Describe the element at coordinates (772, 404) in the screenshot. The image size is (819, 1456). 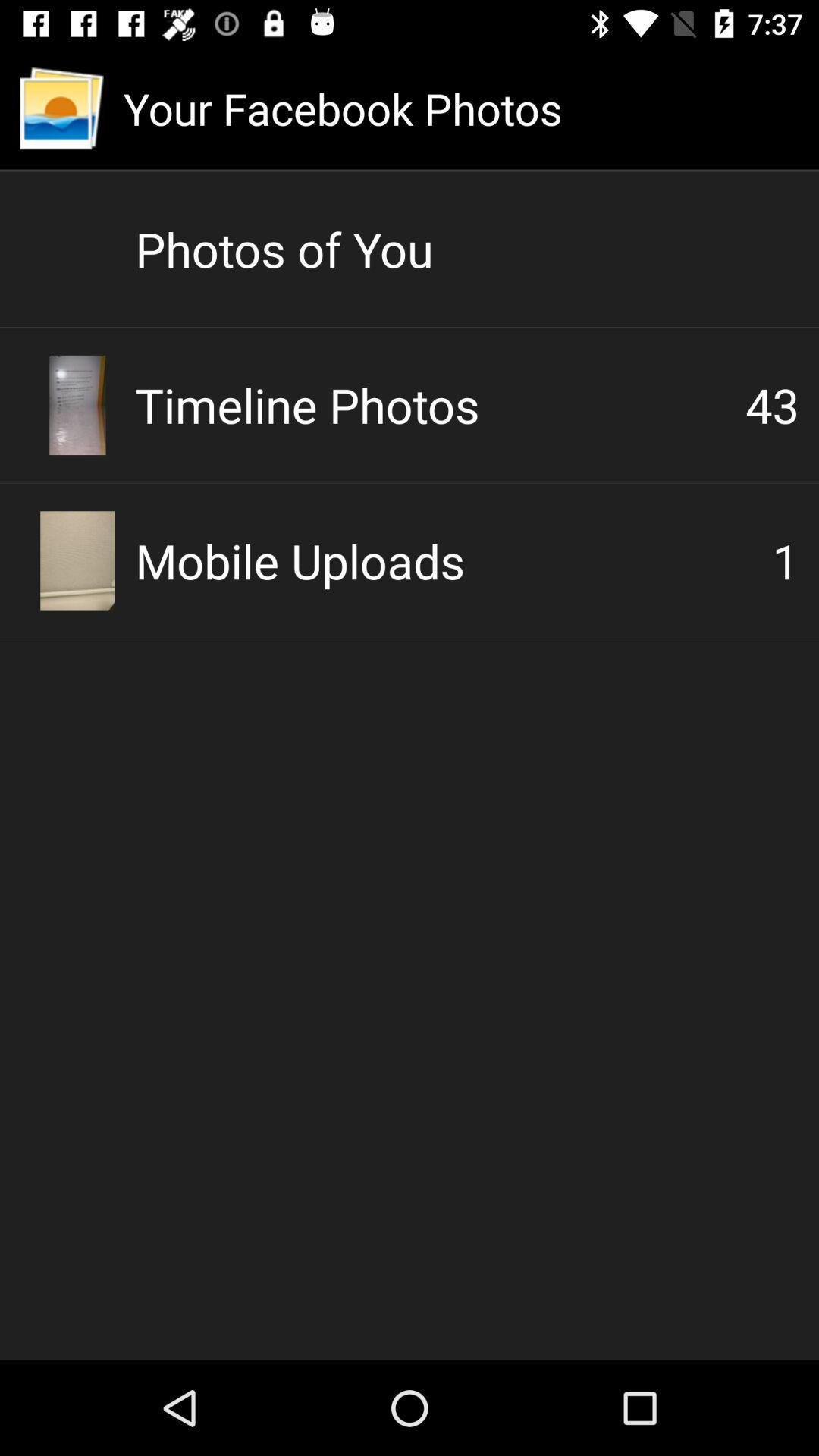
I see `the item below the photos of you` at that location.